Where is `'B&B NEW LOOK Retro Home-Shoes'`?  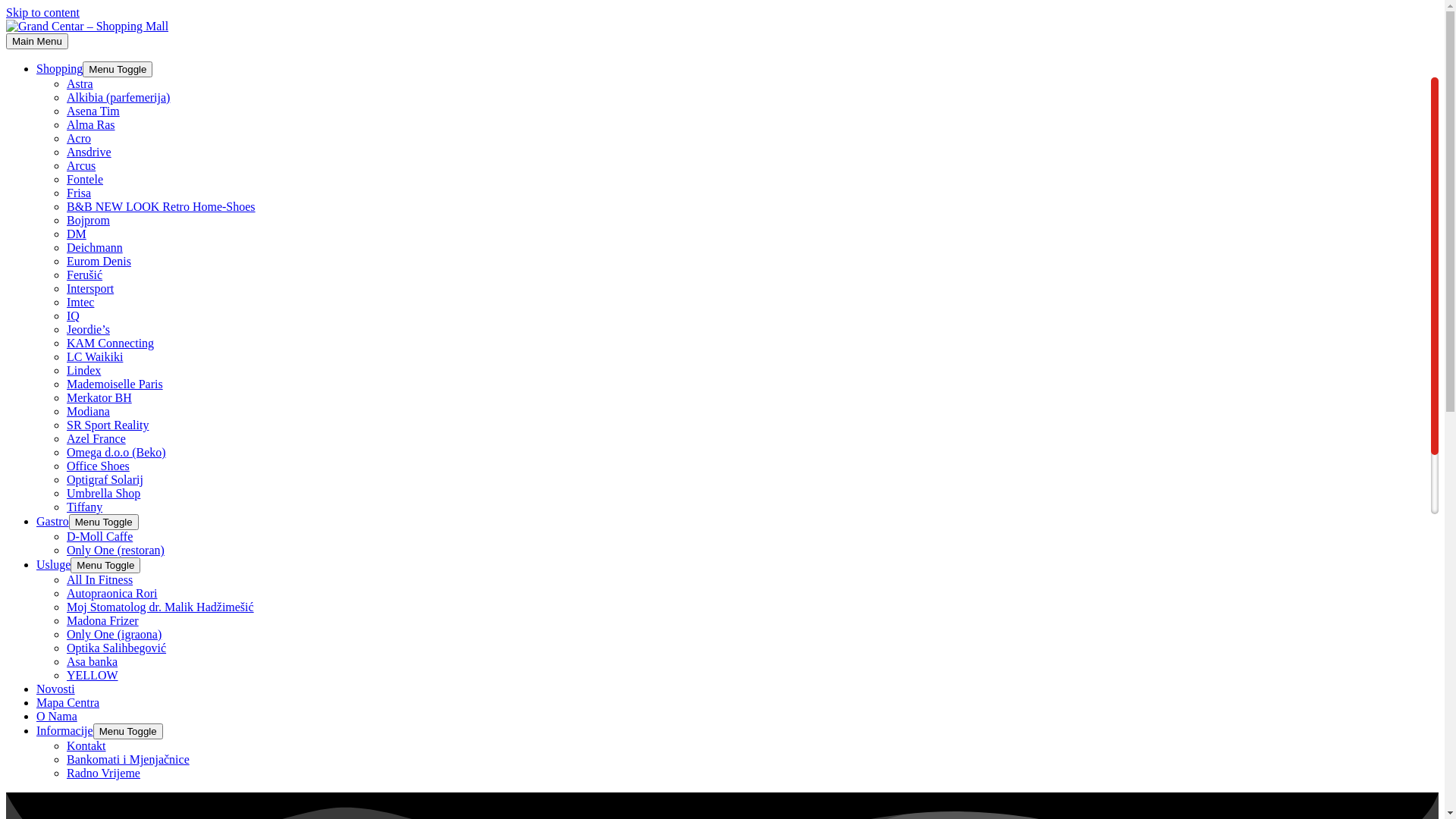
'B&B NEW LOOK Retro Home-Shoes' is located at coordinates (161, 206).